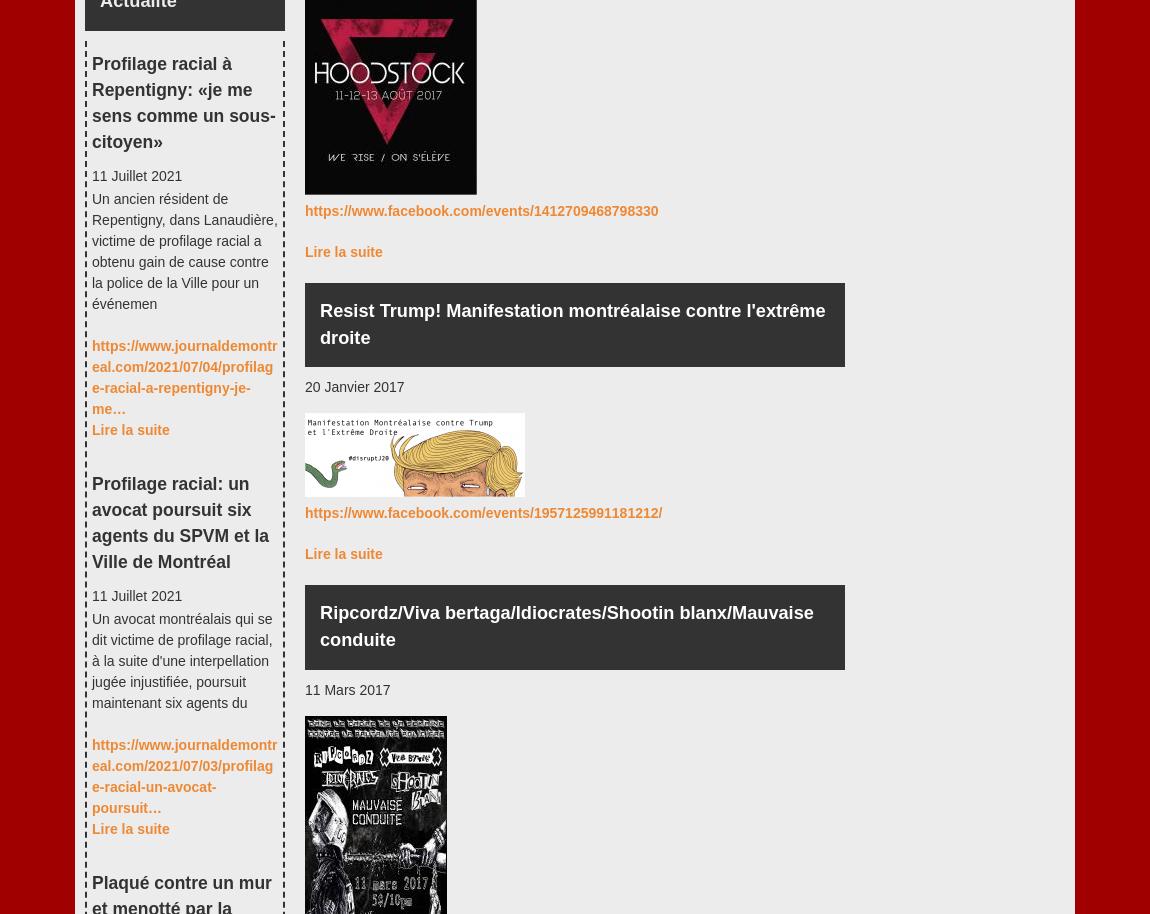 The width and height of the screenshot is (1150, 914). What do you see at coordinates (182, 102) in the screenshot?
I see `'Profilage racial à Repentigny: «je me sens comme un sous-citoyen»'` at bounding box center [182, 102].